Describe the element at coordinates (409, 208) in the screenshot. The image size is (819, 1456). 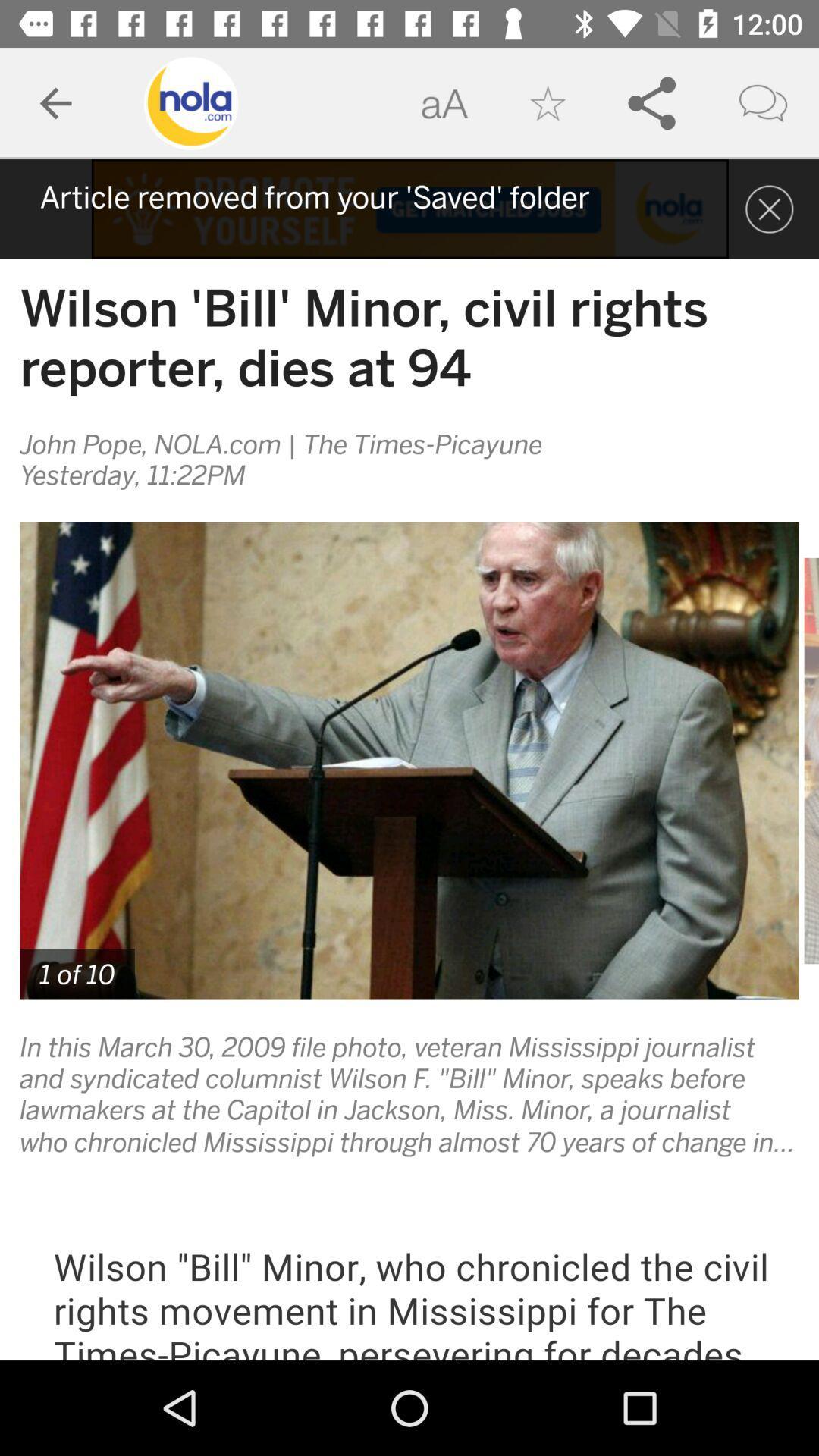
I see `added article` at that location.